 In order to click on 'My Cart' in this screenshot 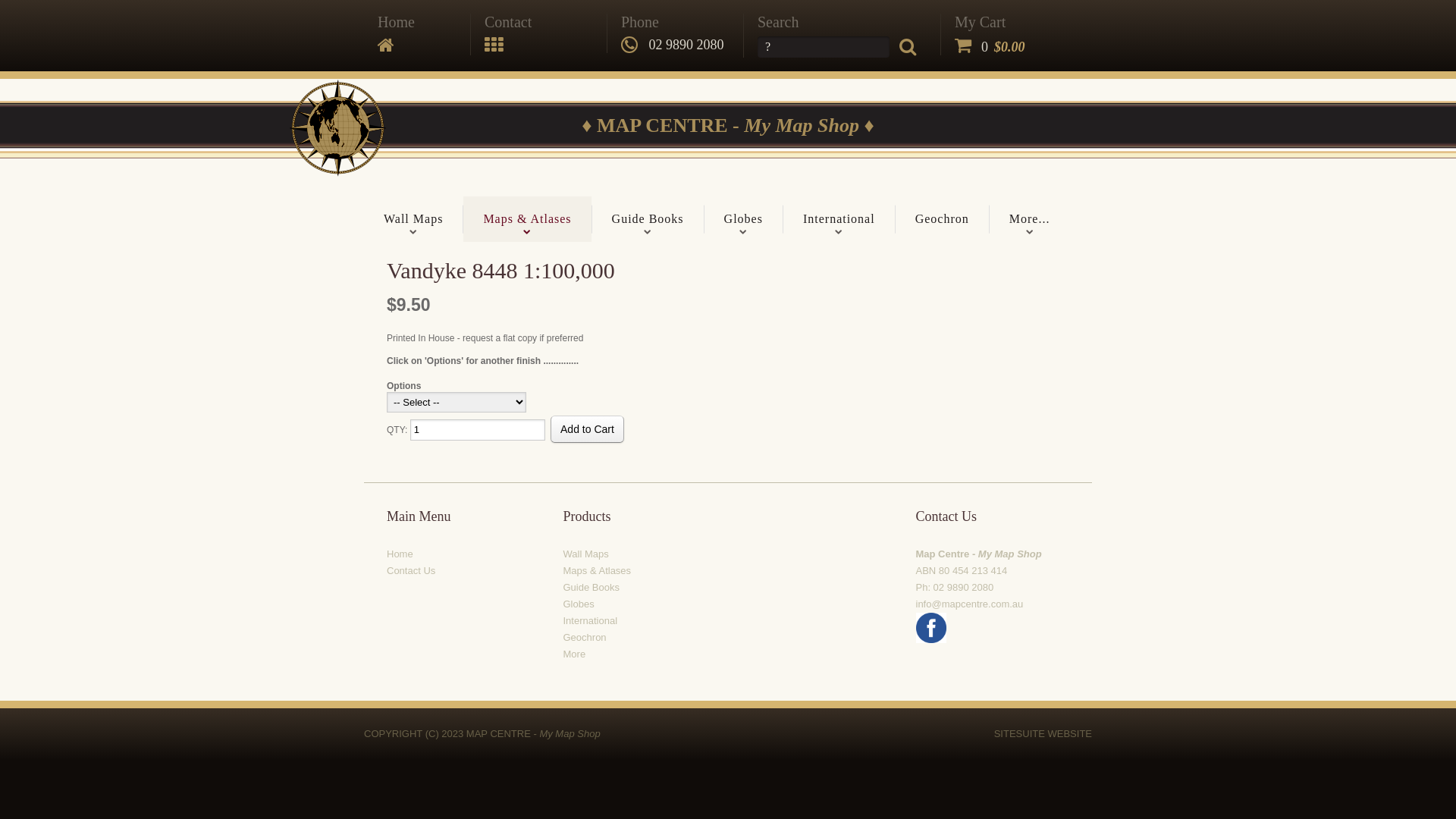, I will do `click(953, 22)`.